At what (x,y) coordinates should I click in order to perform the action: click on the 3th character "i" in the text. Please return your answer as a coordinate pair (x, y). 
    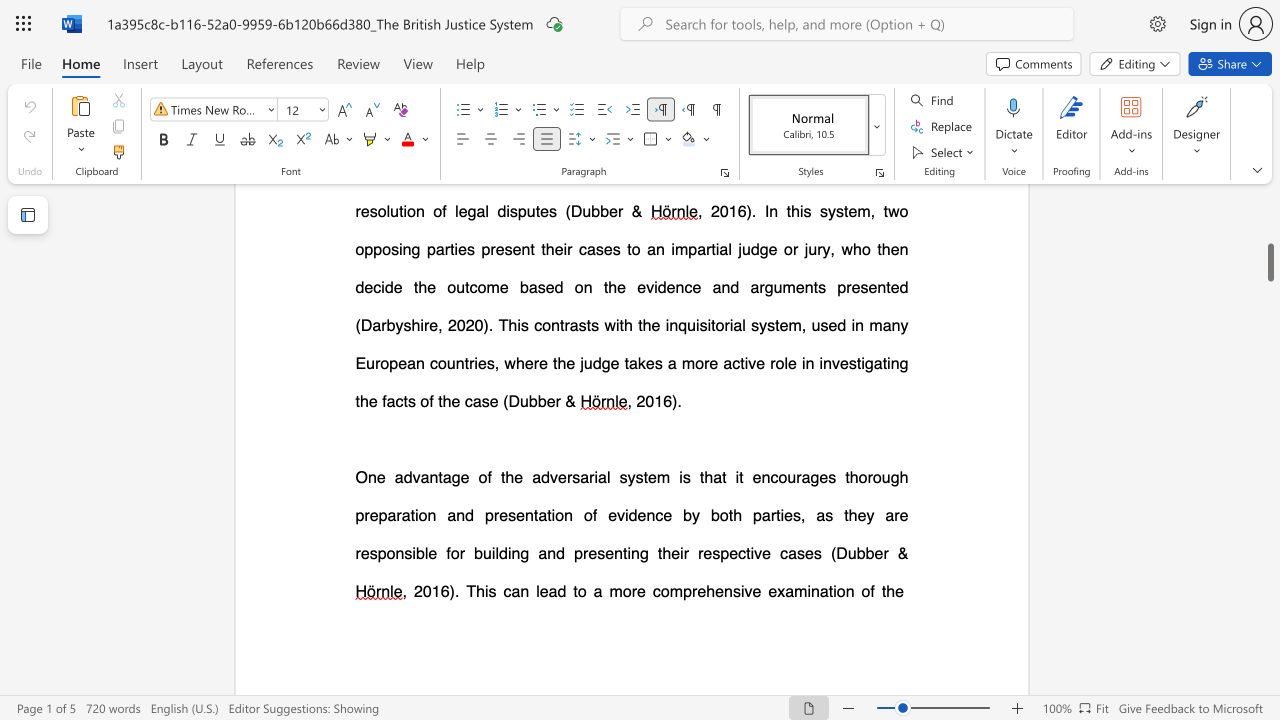
    Looking at the image, I should click on (736, 477).